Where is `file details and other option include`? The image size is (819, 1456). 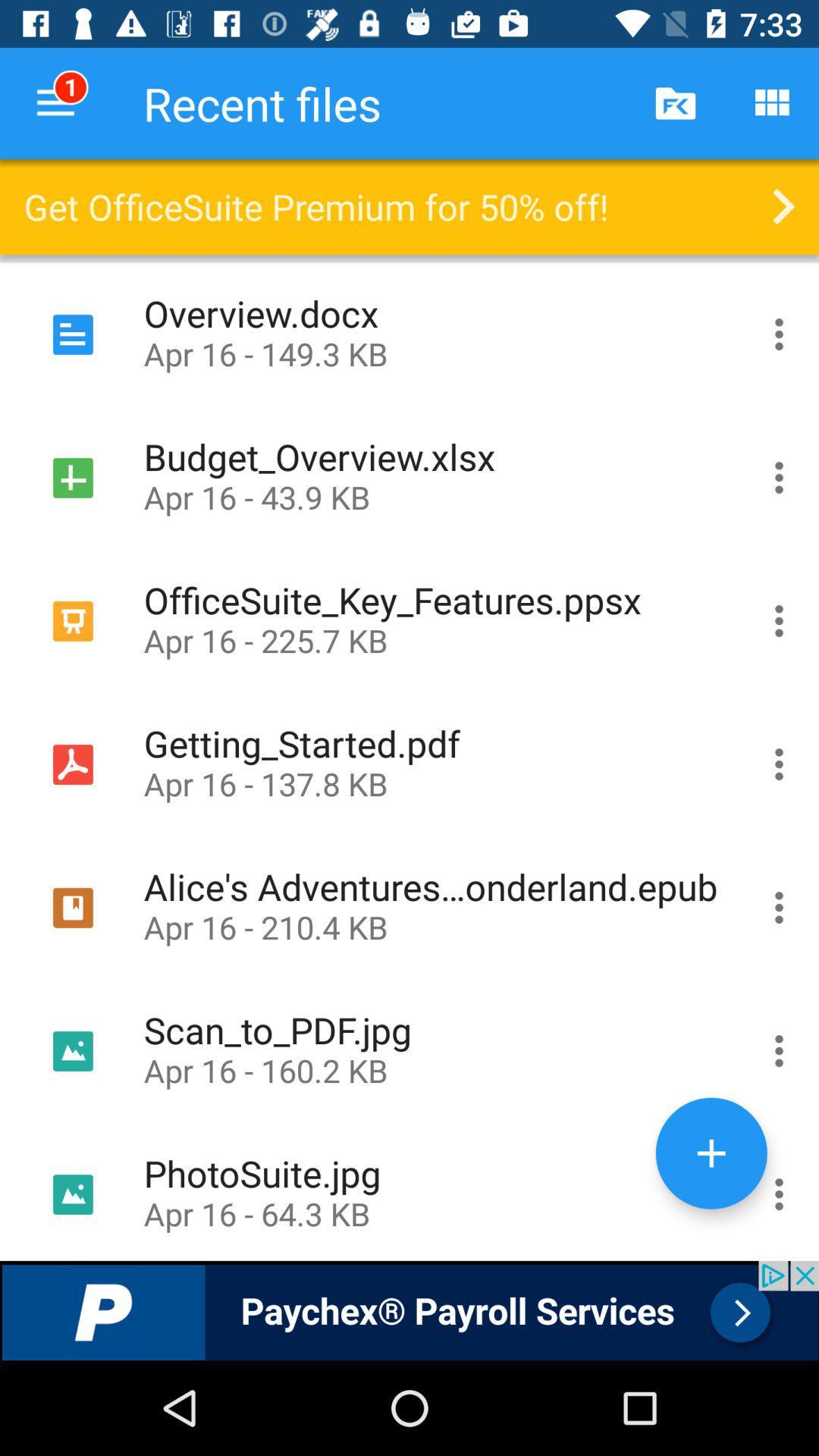
file details and other option include is located at coordinates (779, 334).